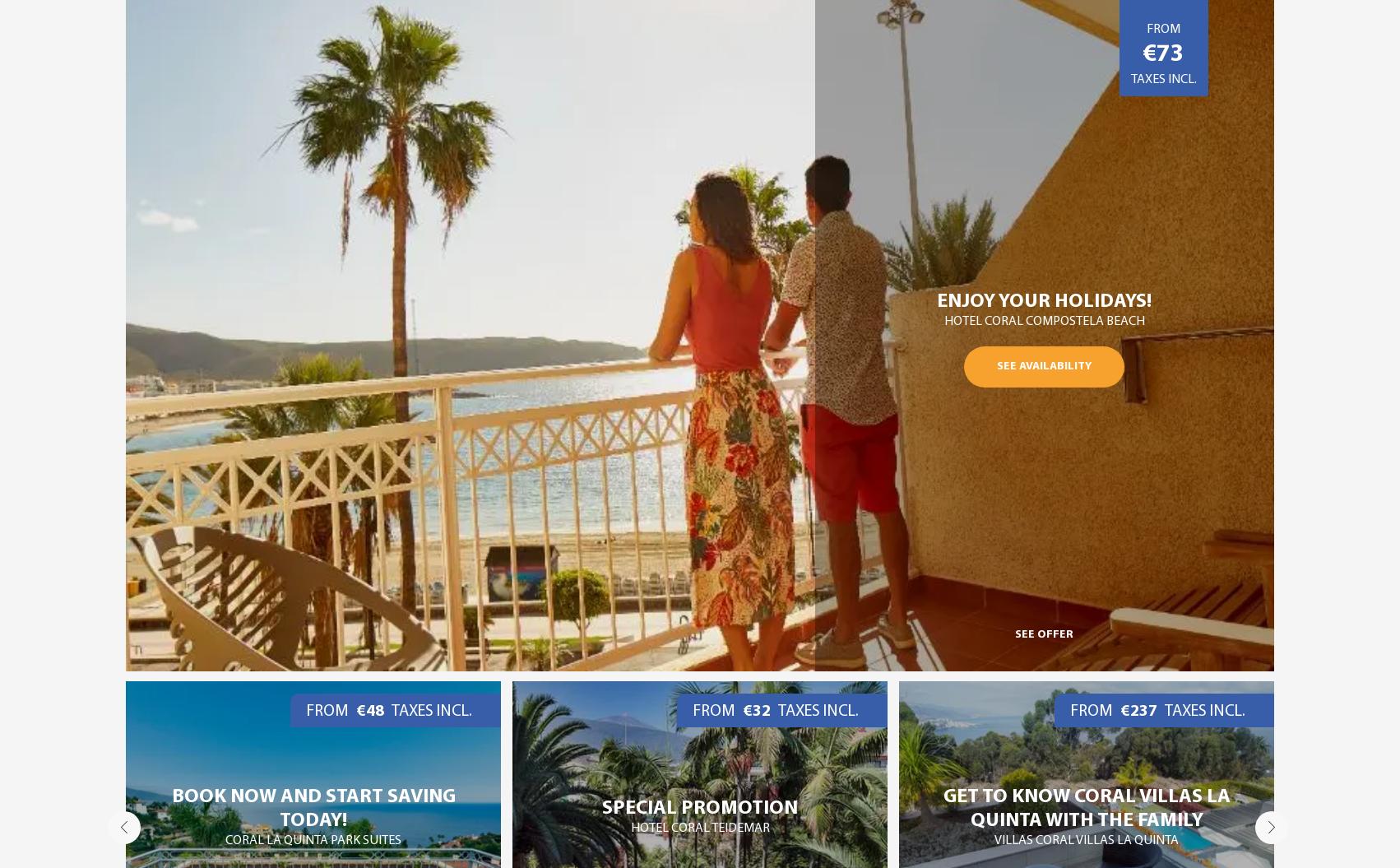 This screenshot has height=868, width=1400. Describe the element at coordinates (369, 711) in the screenshot. I see `'€32'` at that location.